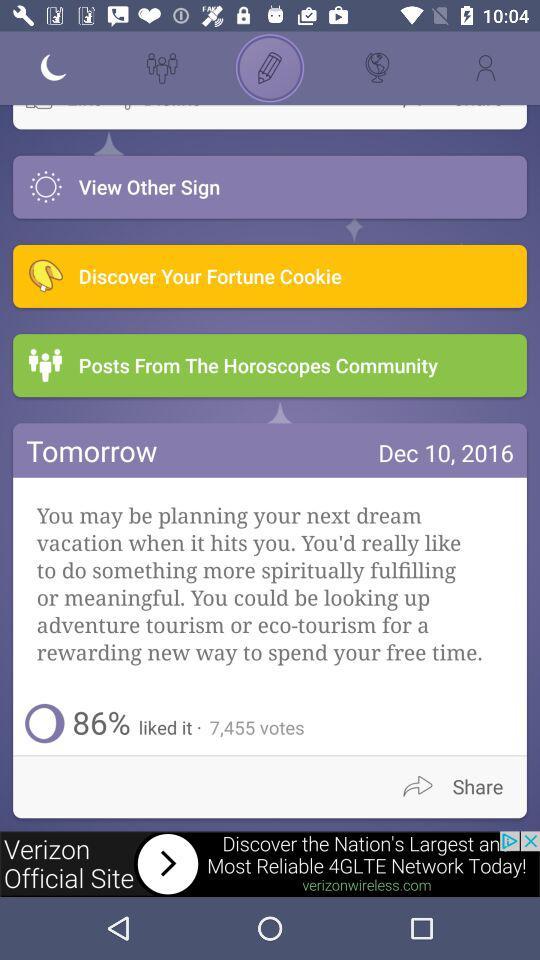 The height and width of the screenshot is (960, 540). I want to click on write, so click(270, 68).